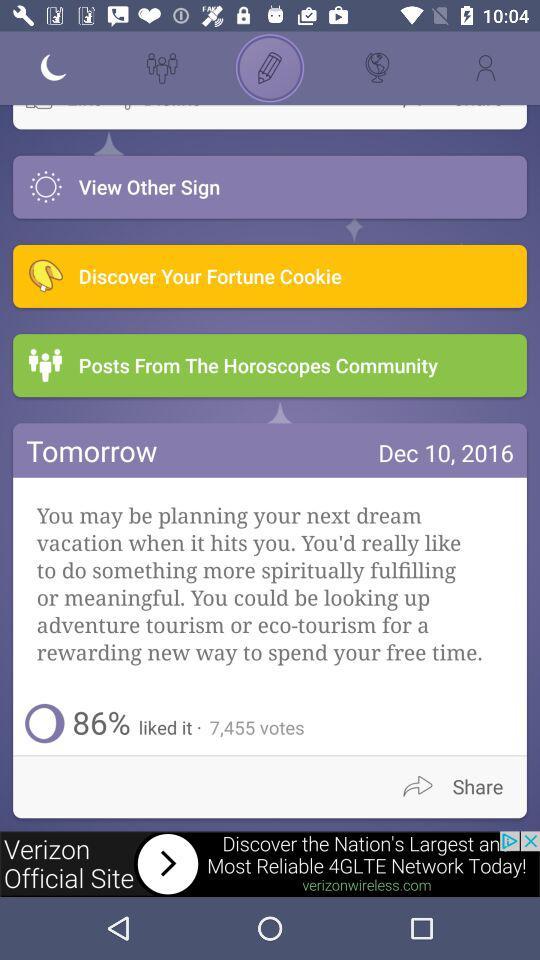 The height and width of the screenshot is (960, 540). I want to click on write, so click(270, 68).